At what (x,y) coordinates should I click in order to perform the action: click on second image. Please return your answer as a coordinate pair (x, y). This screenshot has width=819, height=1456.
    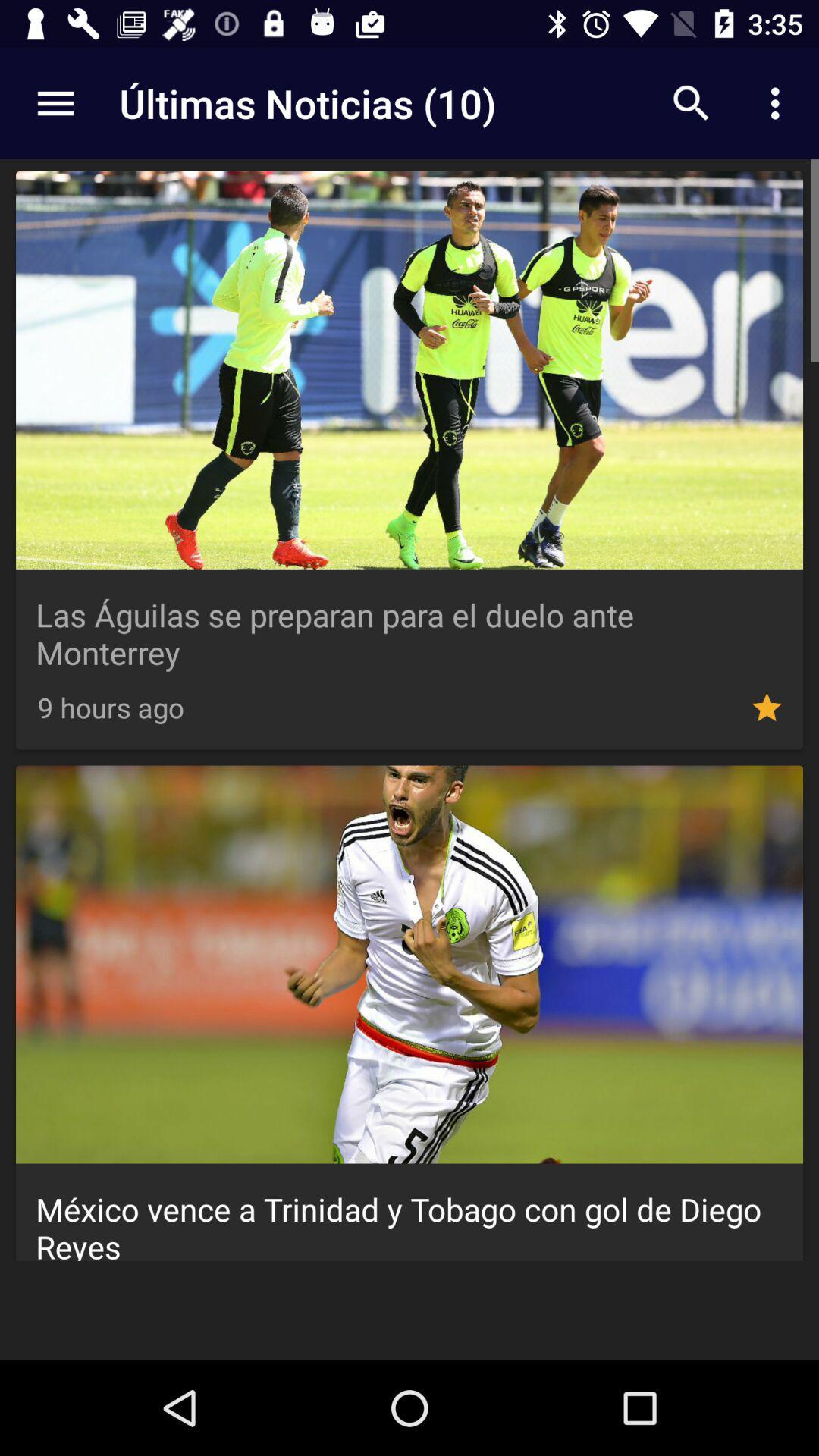
    Looking at the image, I should click on (409, 1013).